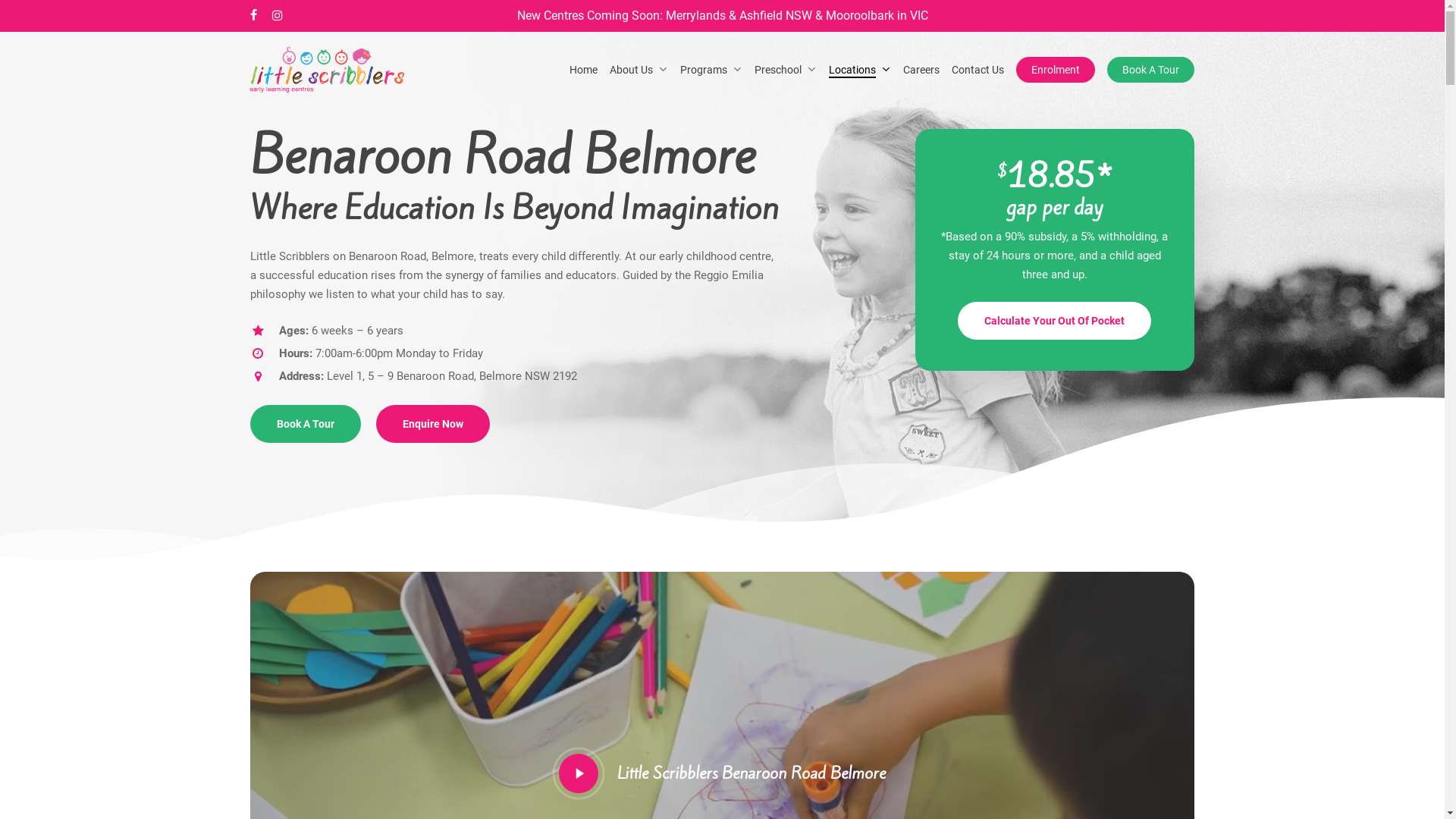 The image size is (1456, 819). I want to click on 'Enrolment', so click(1055, 70).